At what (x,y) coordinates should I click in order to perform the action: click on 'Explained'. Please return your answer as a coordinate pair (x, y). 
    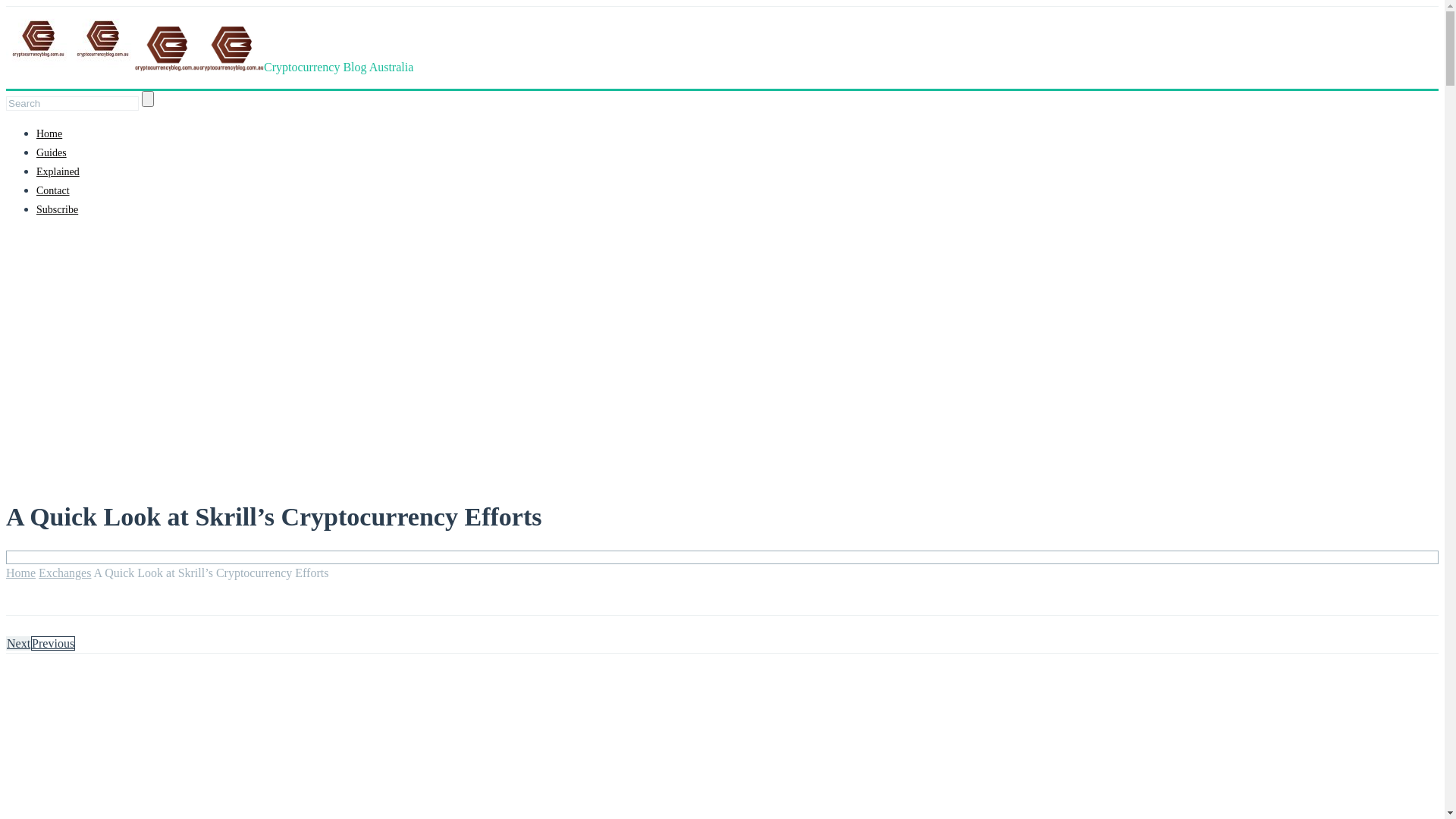
    Looking at the image, I should click on (58, 171).